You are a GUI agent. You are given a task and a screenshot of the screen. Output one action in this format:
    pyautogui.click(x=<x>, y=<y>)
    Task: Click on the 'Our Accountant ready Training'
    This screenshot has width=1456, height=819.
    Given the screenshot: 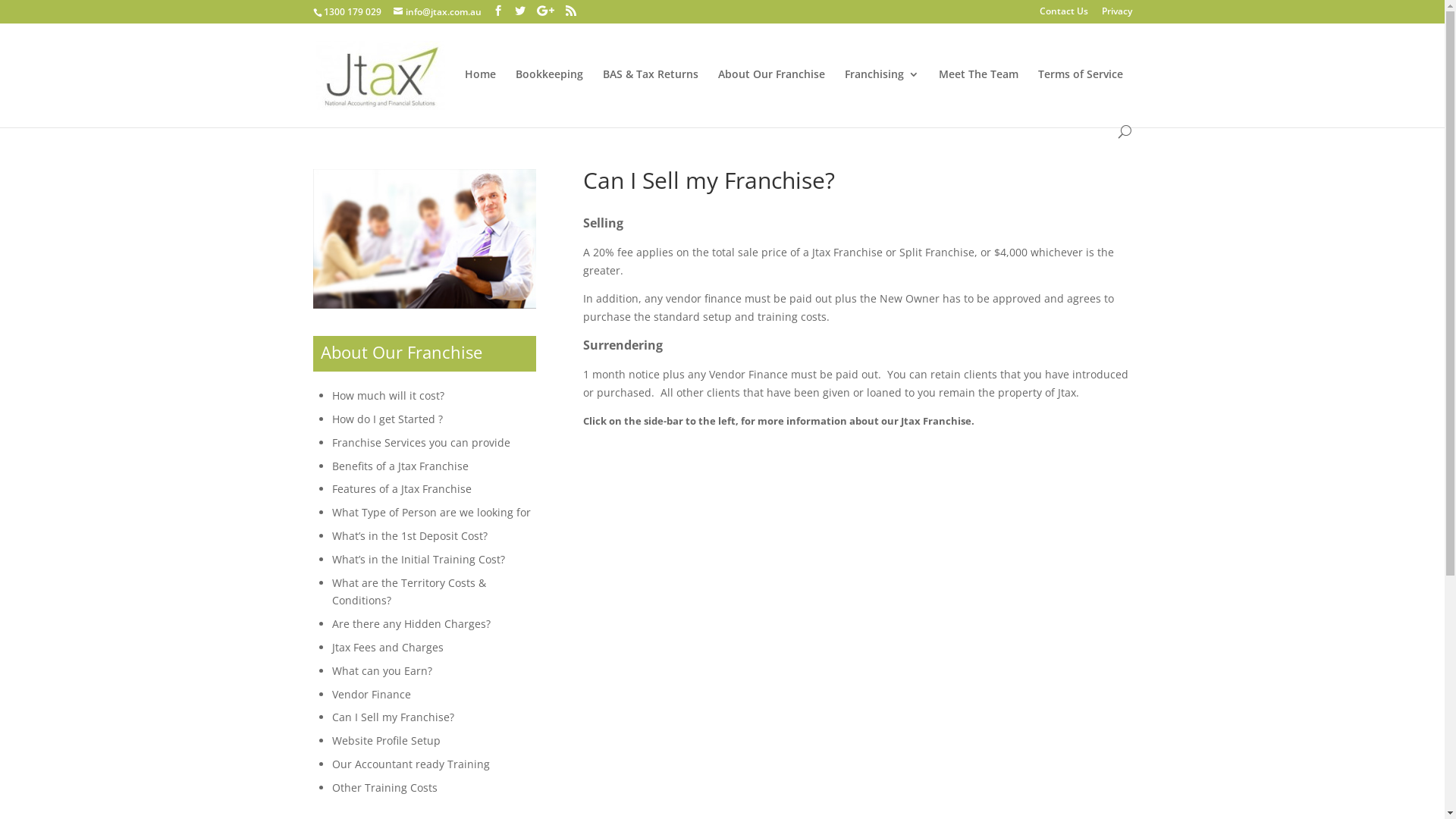 What is the action you would take?
    pyautogui.click(x=411, y=764)
    